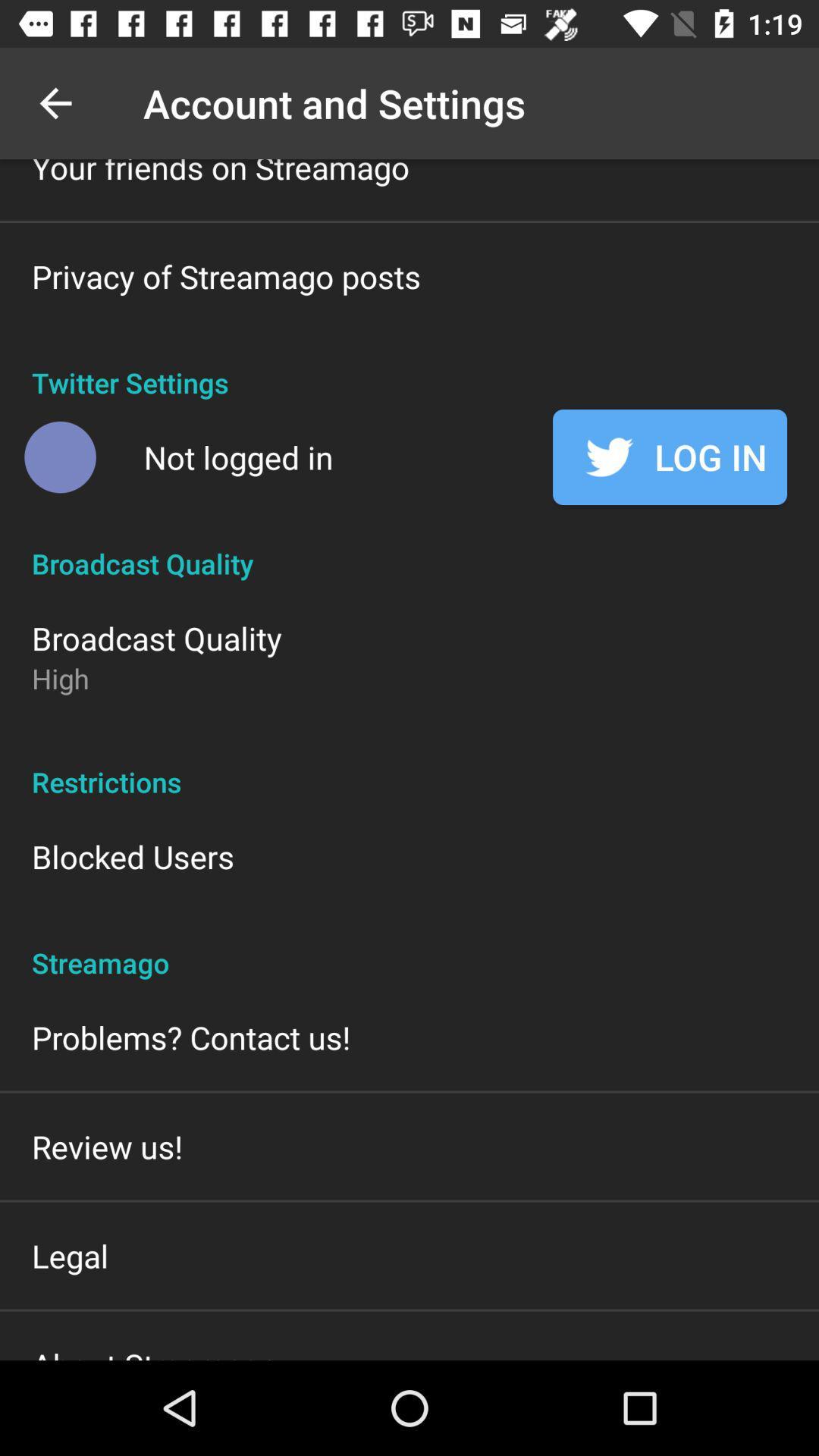  What do you see at coordinates (669, 457) in the screenshot?
I see `the icon to the right of not logged in item` at bounding box center [669, 457].